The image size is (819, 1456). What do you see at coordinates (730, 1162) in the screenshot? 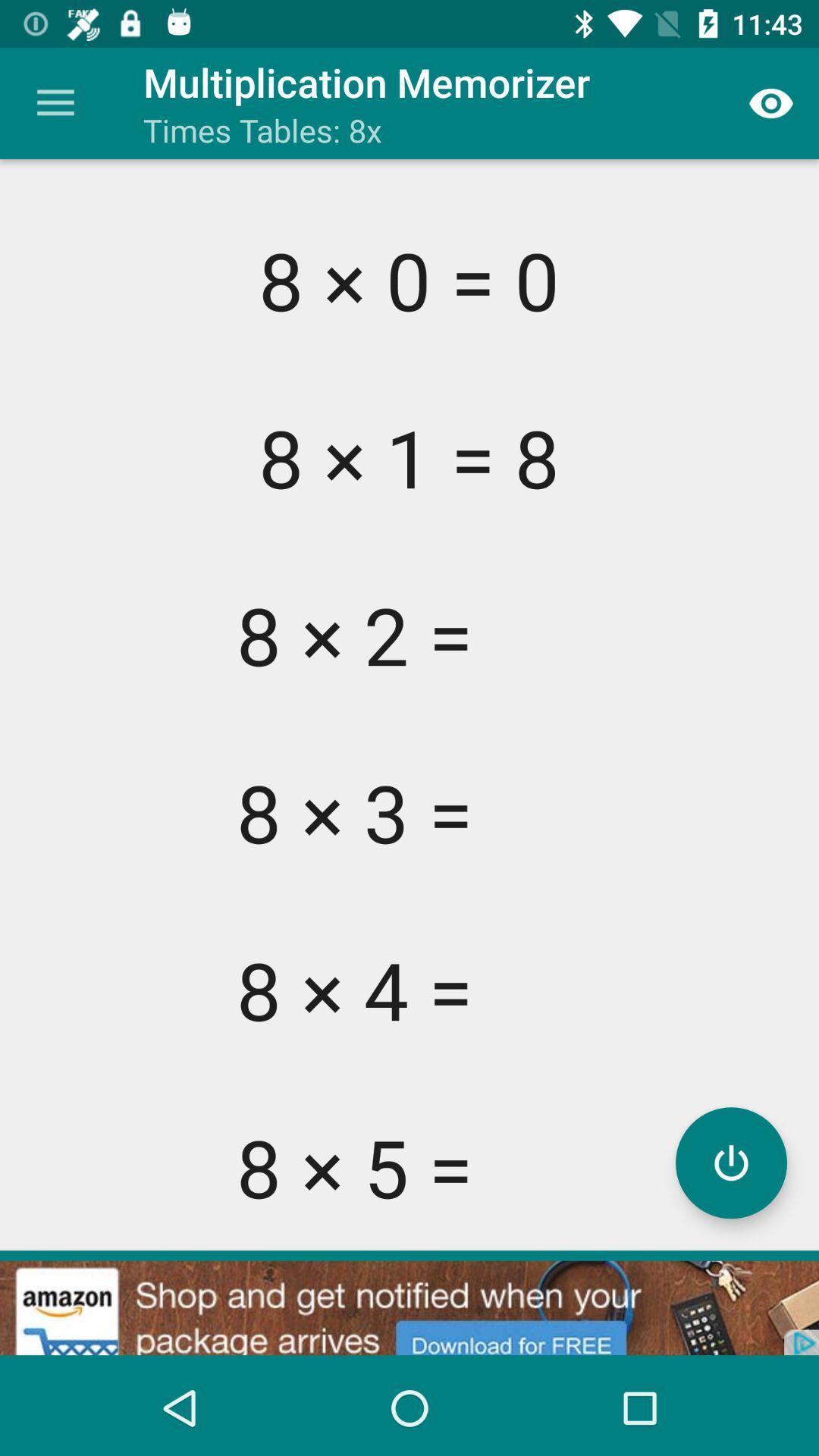
I see `turn off` at bounding box center [730, 1162].